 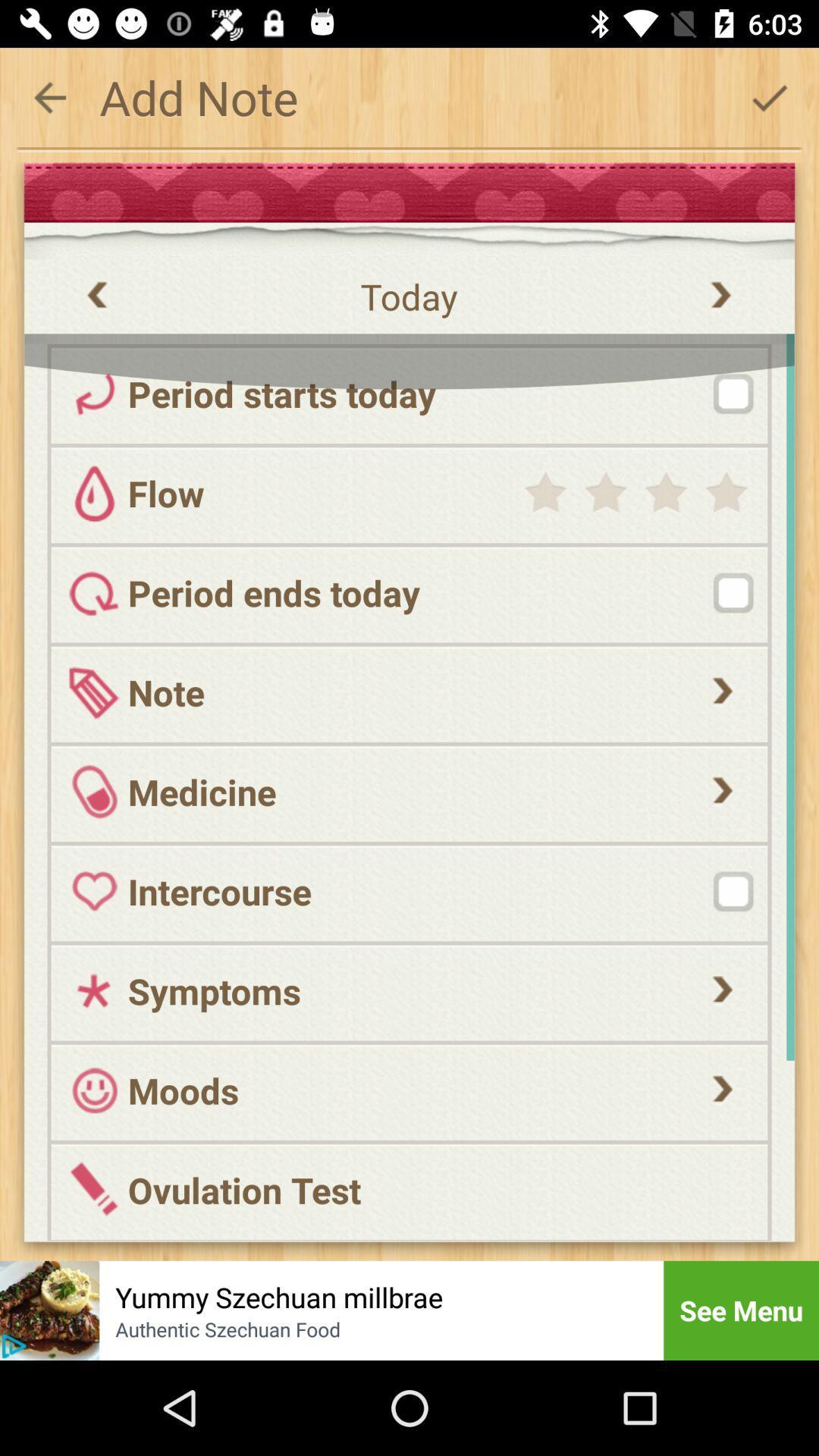 I want to click on the check icon, so click(x=769, y=96).